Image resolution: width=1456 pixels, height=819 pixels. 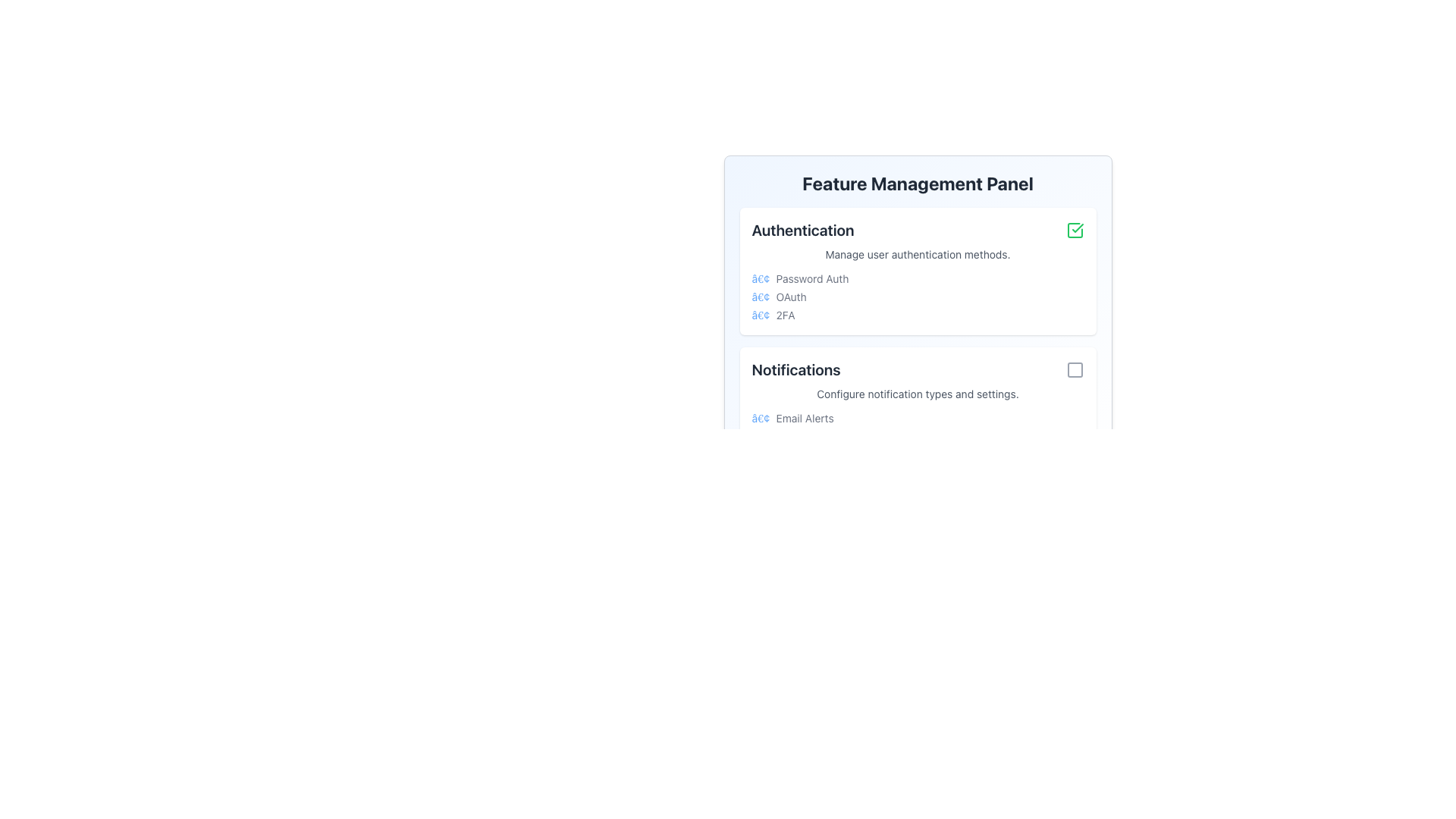 I want to click on the Informational Text that provides clarification about the 'Authentication' section, located directly below the section heading, so click(x=917, y=253).